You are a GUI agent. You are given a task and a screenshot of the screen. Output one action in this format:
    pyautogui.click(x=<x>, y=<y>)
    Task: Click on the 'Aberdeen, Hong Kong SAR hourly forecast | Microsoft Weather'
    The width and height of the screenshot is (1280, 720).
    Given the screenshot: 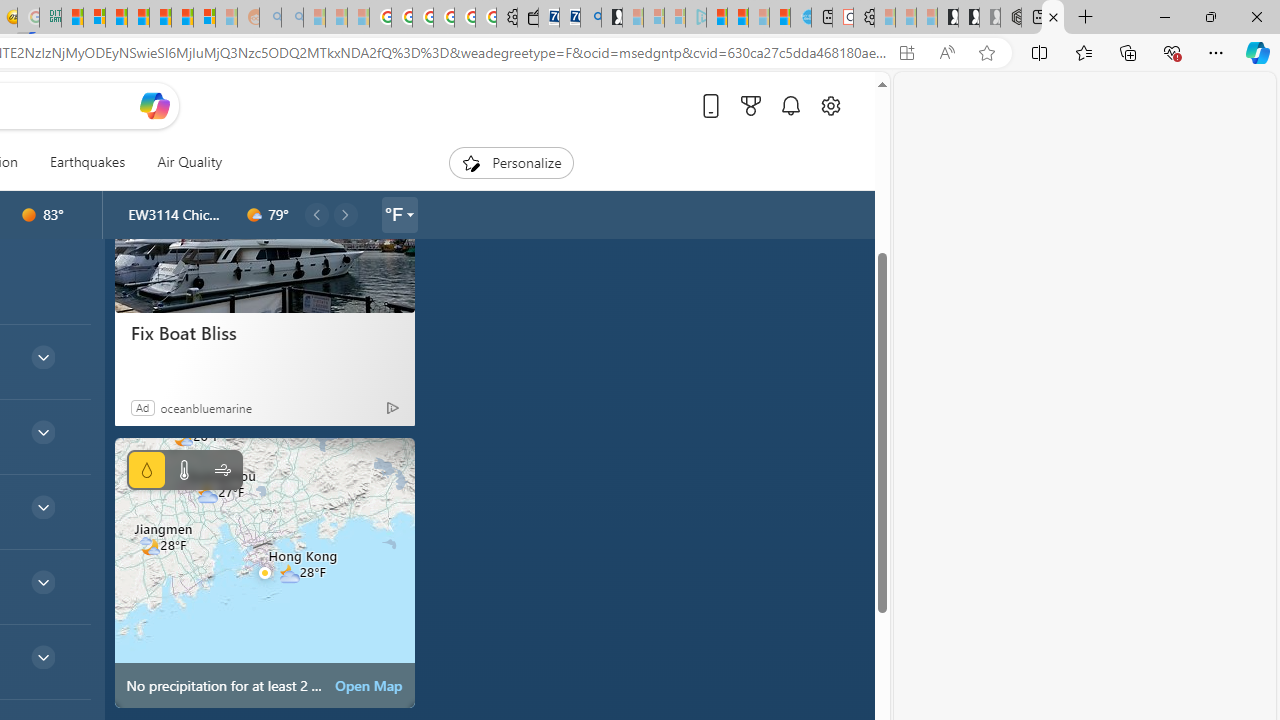 What is the action you would take?
    pyautogui.click(x=1052, y=17)
    